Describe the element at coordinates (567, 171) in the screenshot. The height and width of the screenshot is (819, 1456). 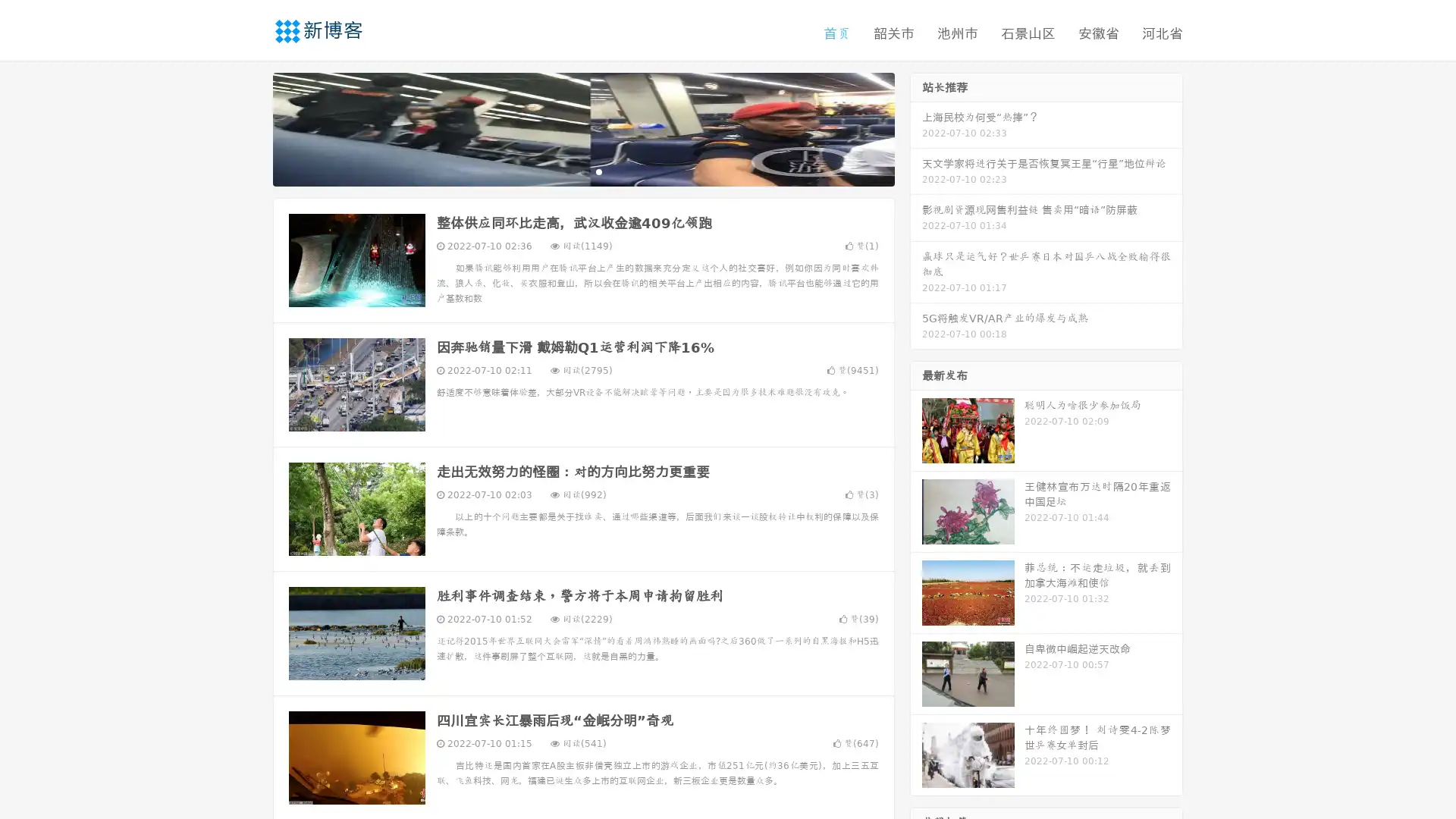
I see `Go to slide 1` at that location.